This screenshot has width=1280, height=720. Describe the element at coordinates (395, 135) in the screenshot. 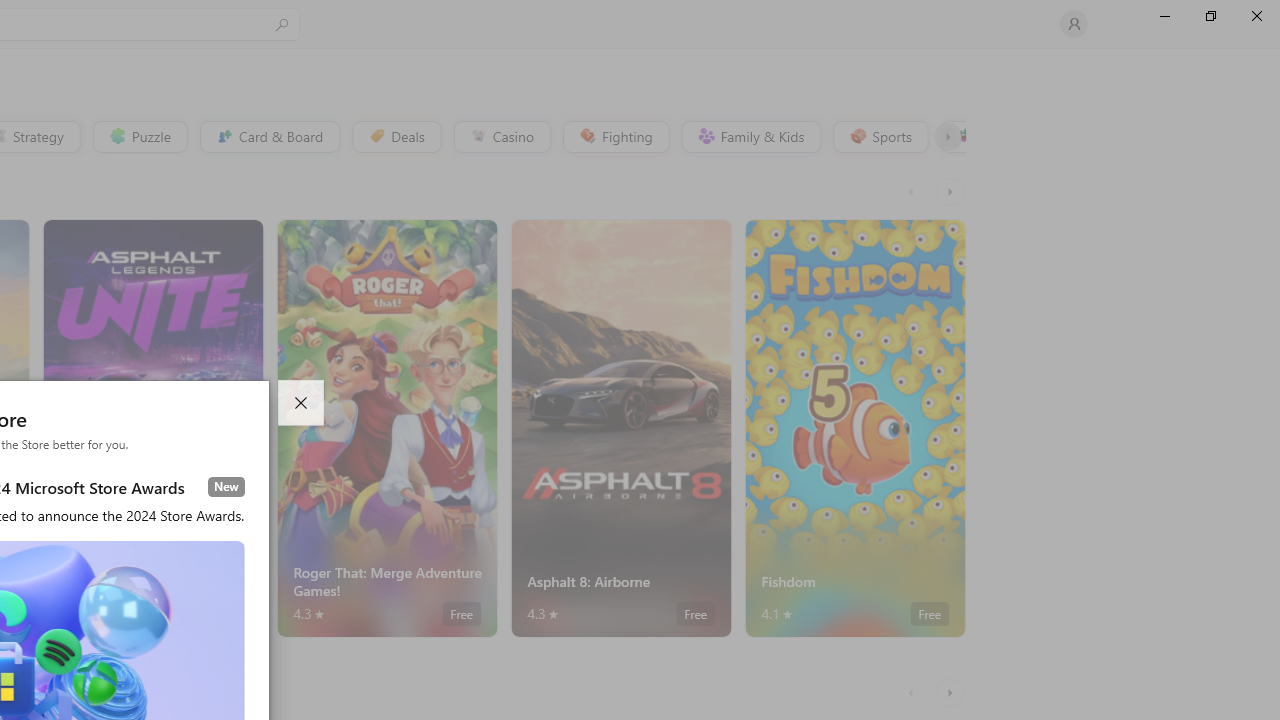

I see `'Deals'` at that location.